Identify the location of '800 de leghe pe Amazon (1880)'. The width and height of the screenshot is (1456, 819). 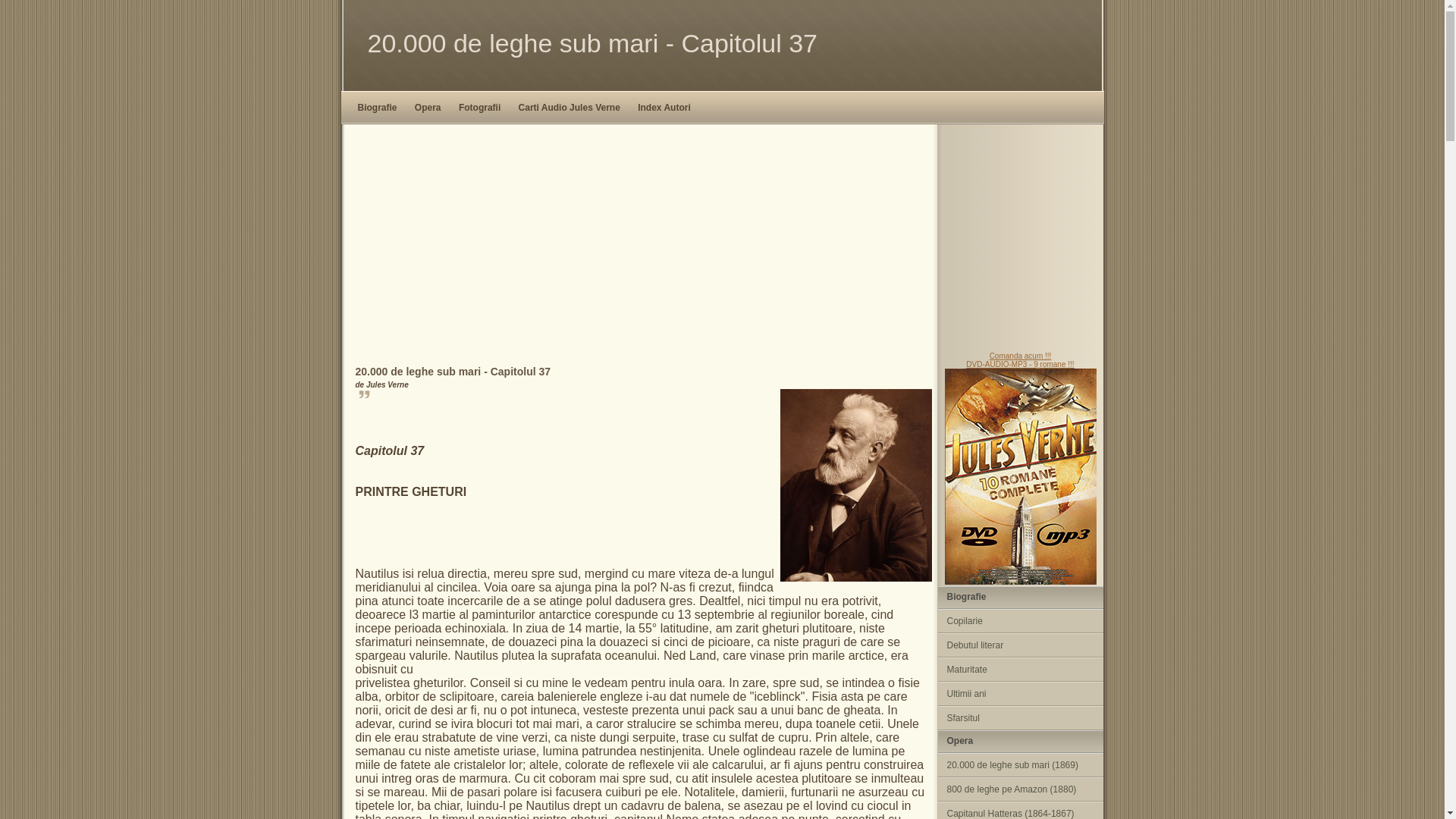
(937, 789).